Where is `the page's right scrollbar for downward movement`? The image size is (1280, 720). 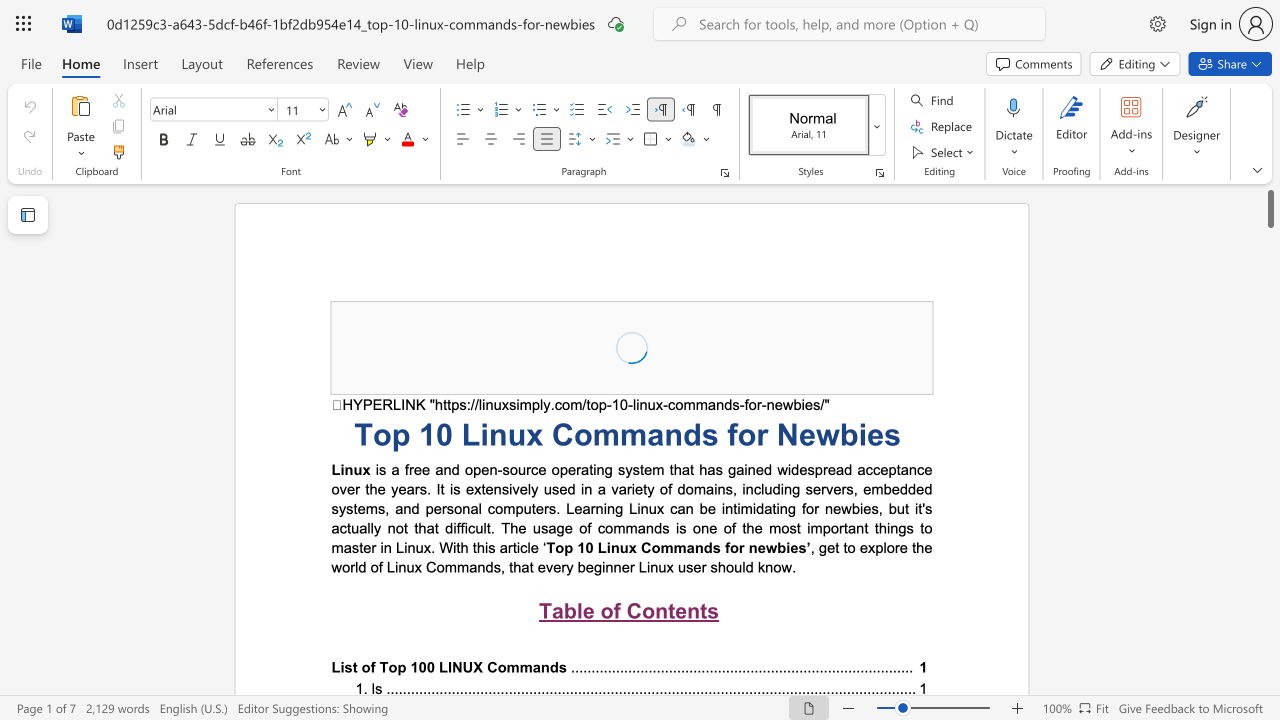 the page's right scrollbar for downward movement is located at coordinates (1269, 290).